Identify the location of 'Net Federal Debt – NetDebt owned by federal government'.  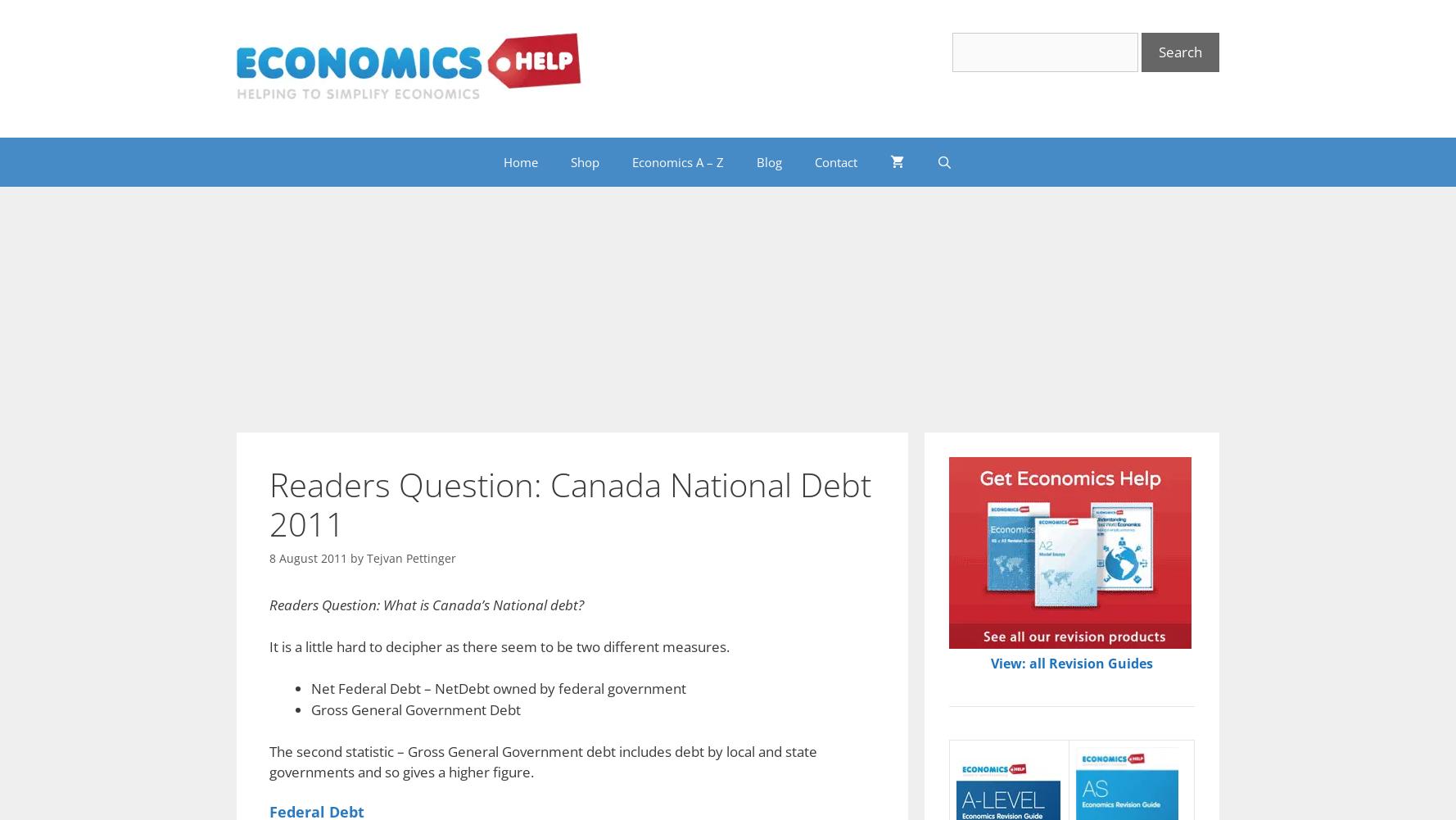
(497, 687).